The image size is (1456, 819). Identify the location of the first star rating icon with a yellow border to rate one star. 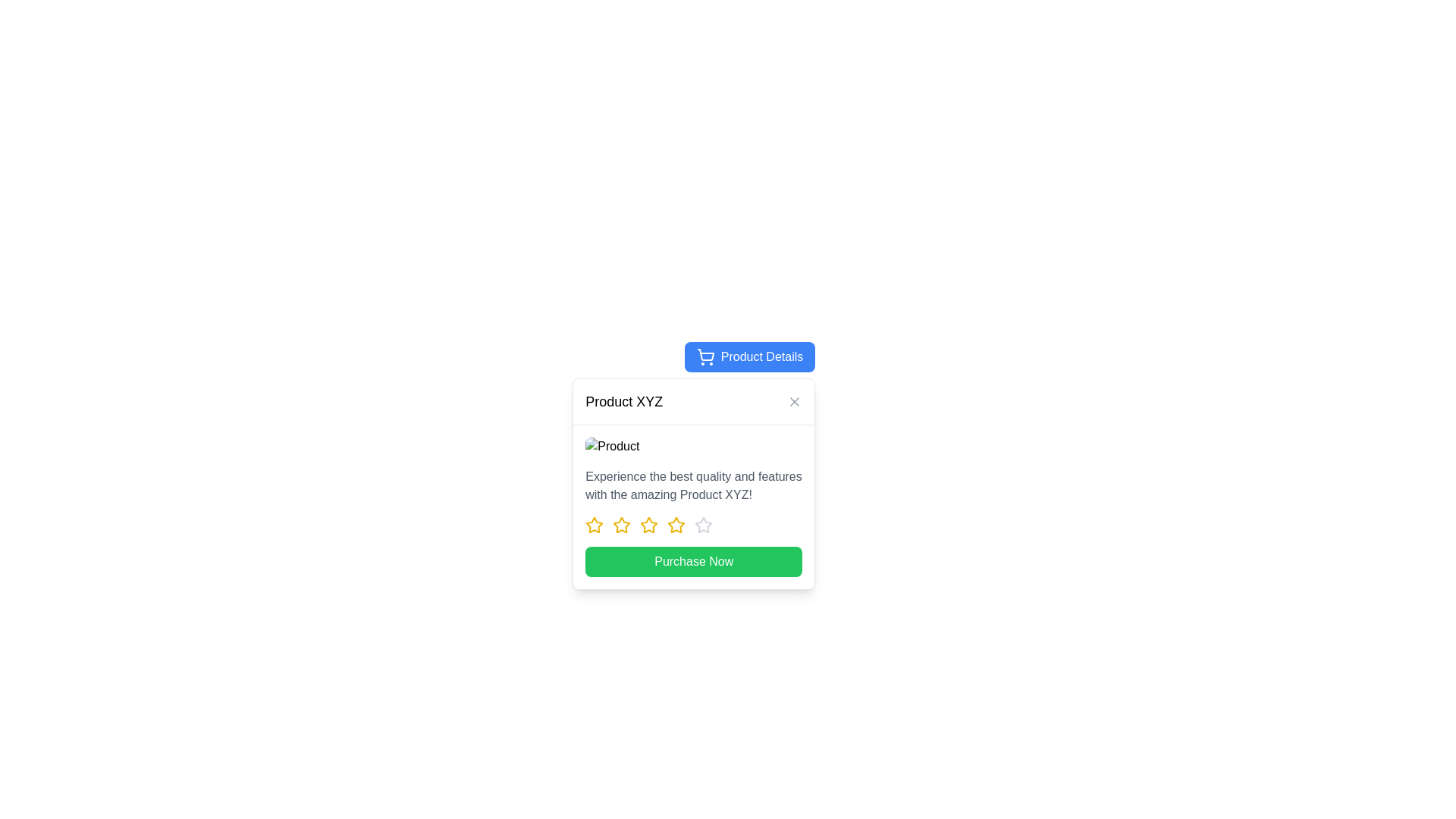
(594, 525).